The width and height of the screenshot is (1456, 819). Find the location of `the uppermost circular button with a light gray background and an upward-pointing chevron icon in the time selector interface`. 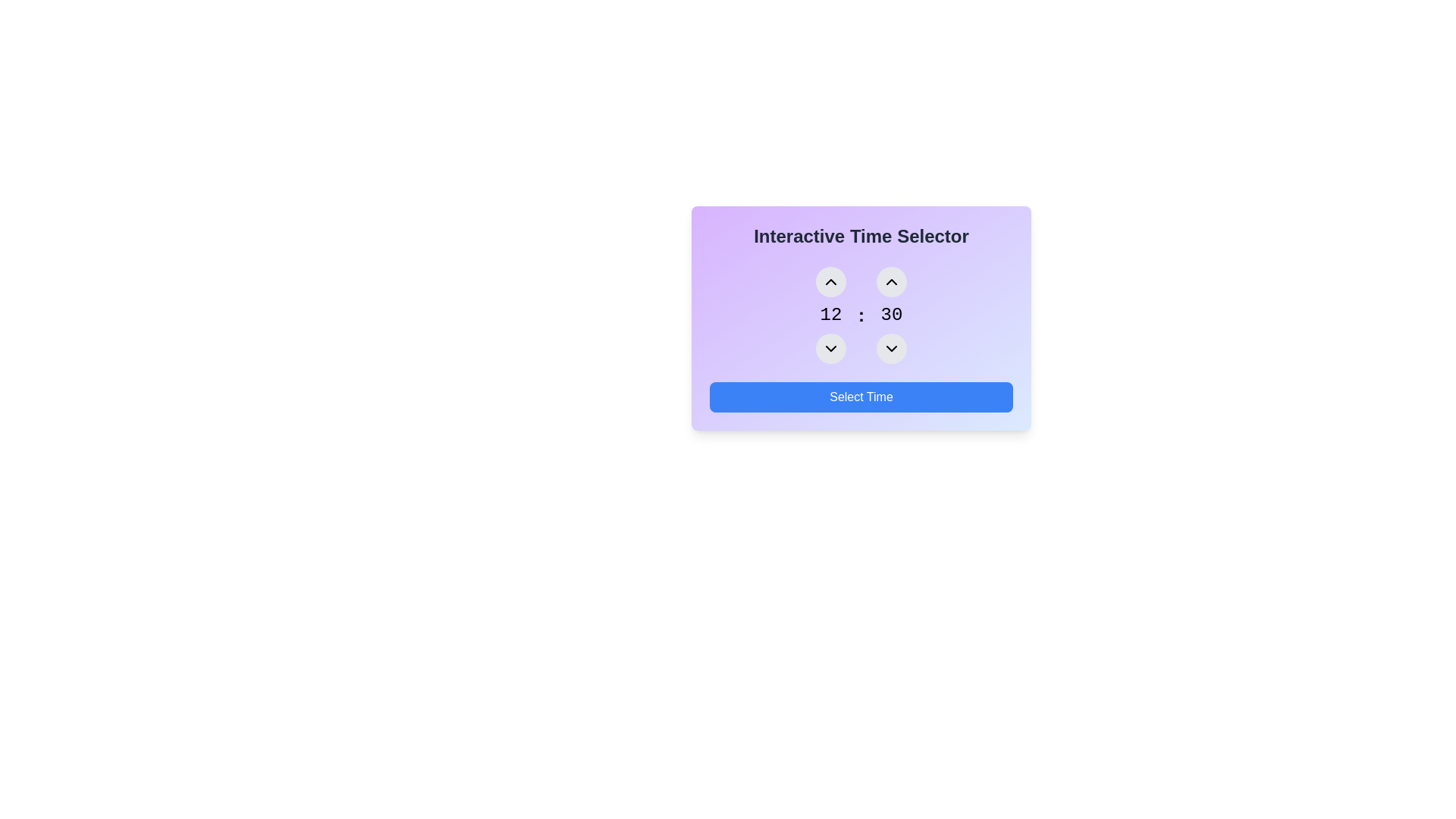

the uppermost circular button with a light gray background and an upward-pointing chevron icon in the time selector interface is located at coordinates (830, 281).